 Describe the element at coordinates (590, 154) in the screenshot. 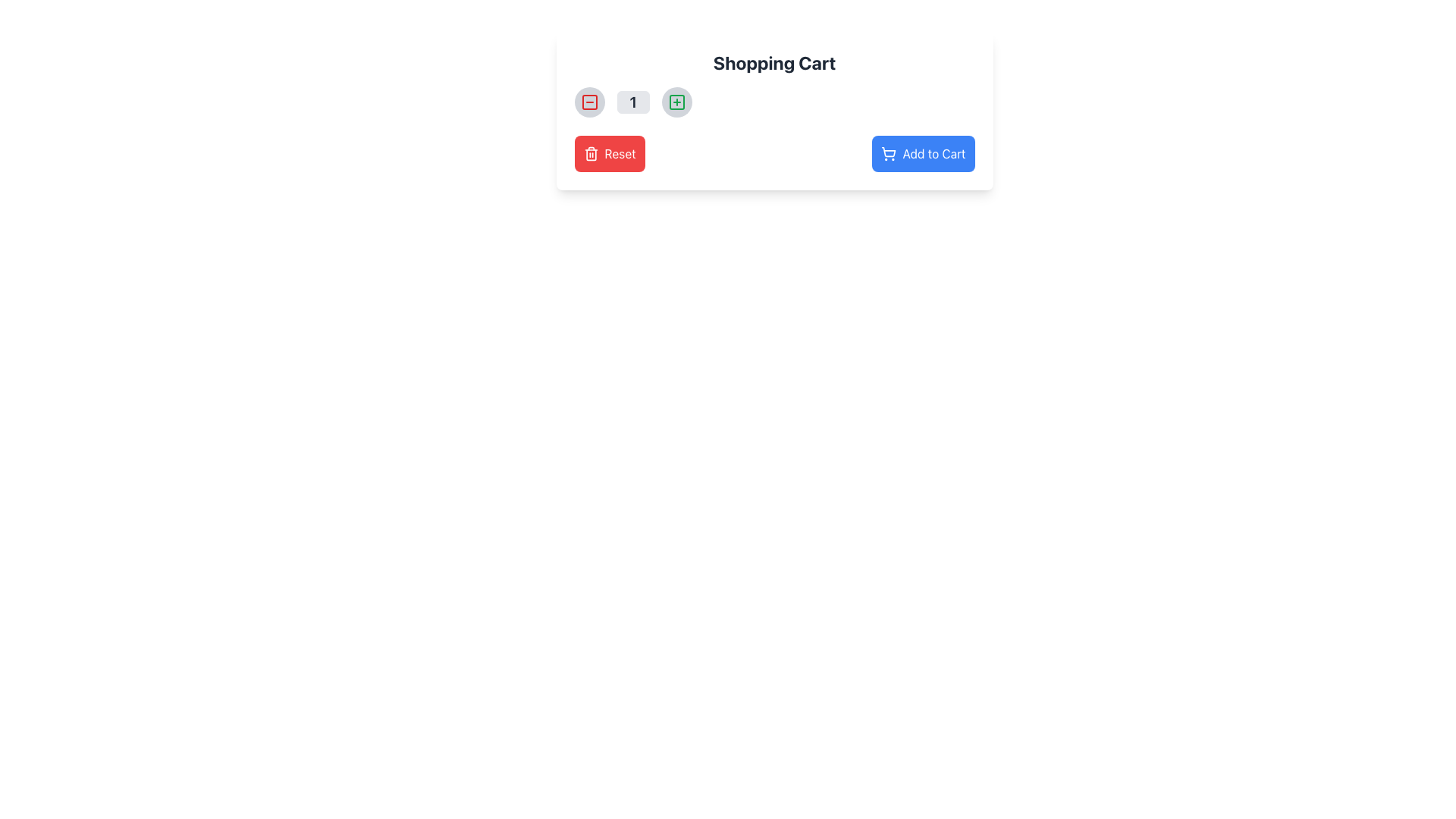

I see `the 'Reset' button icon, which has a red background and is located in the bottom-left corner of the 'Shopping Cart' card` at that location.